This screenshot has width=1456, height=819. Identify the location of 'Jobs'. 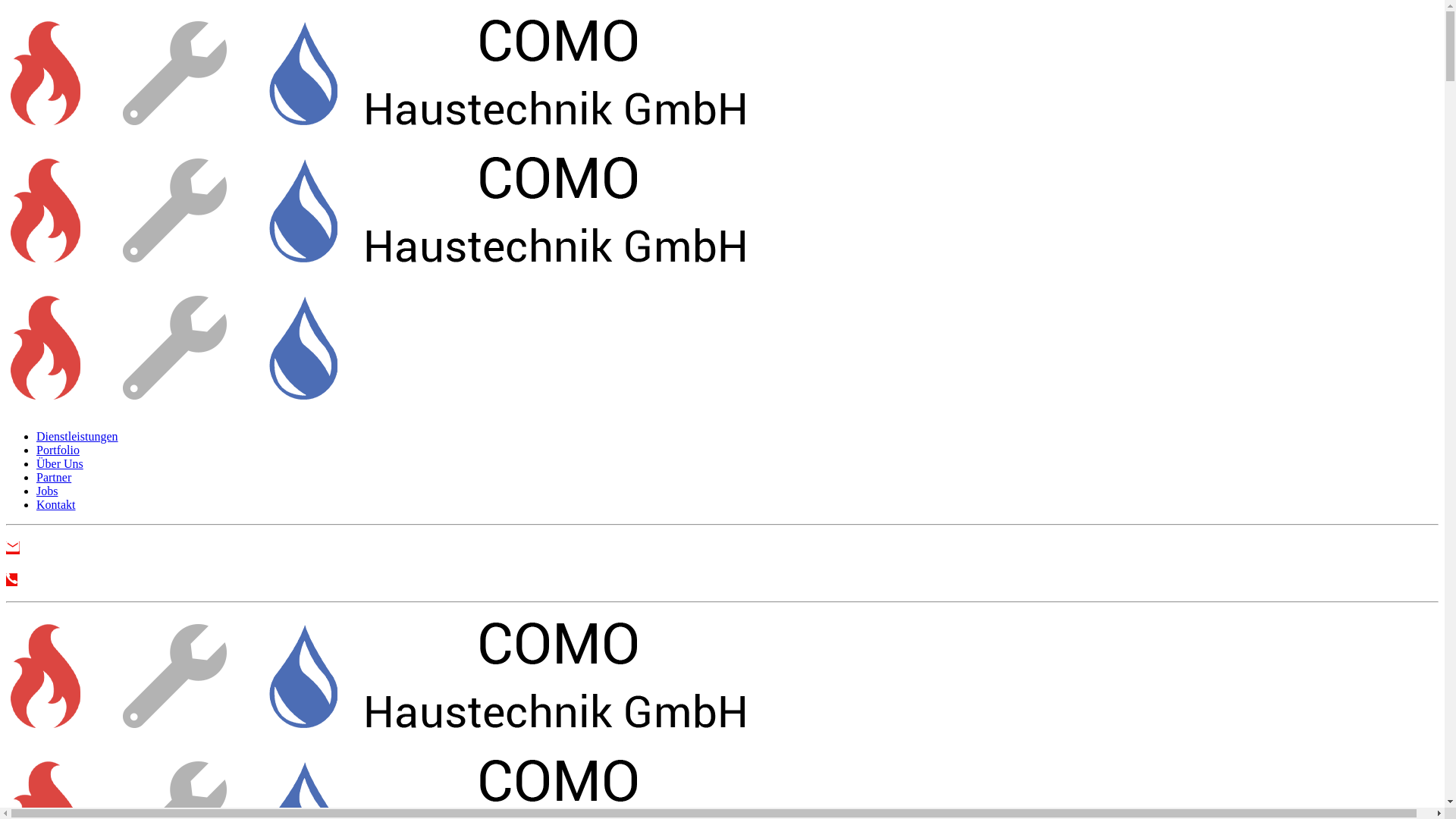
(47, 491).